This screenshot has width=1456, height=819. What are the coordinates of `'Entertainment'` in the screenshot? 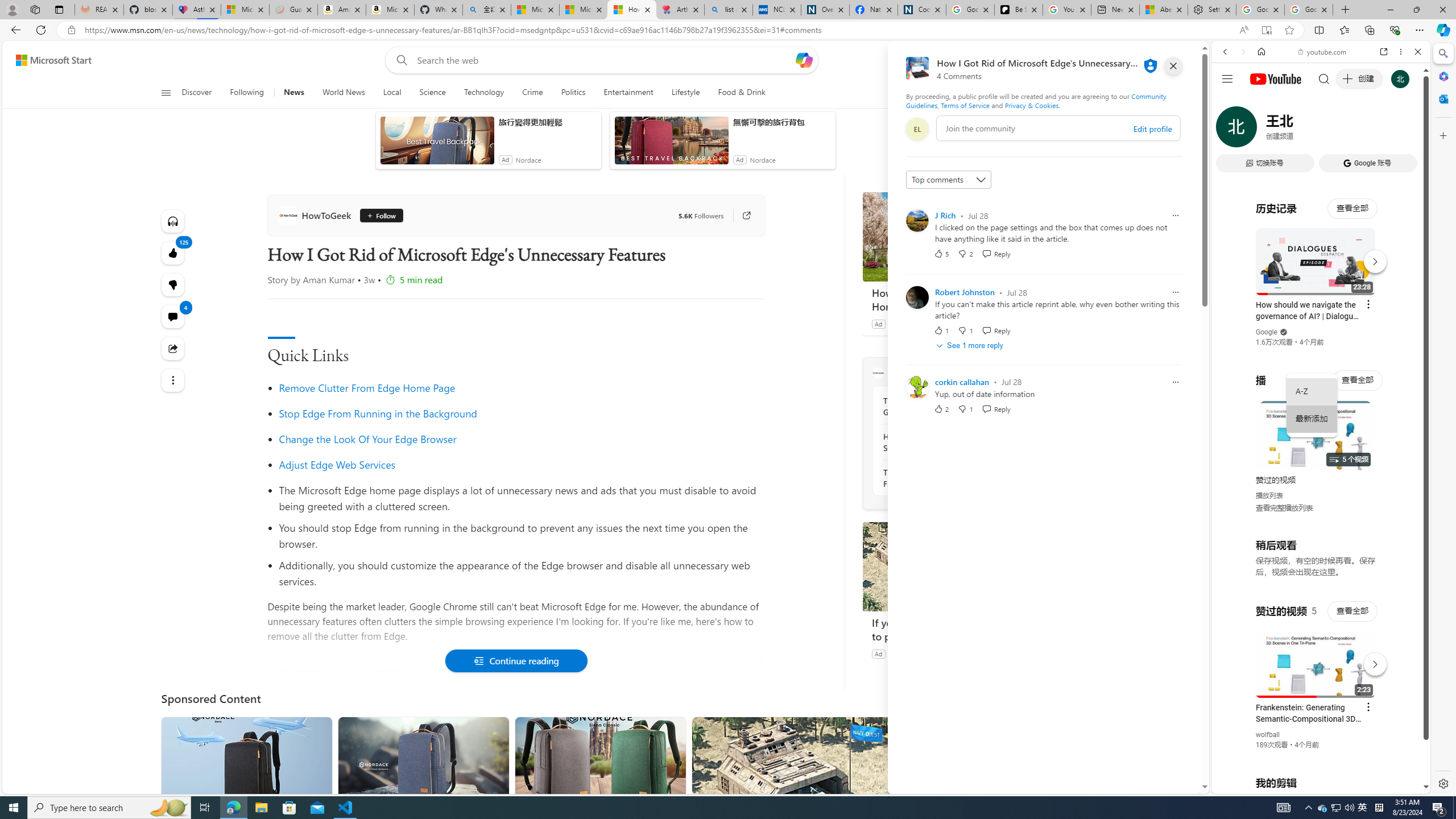 It's located at (628, 92).